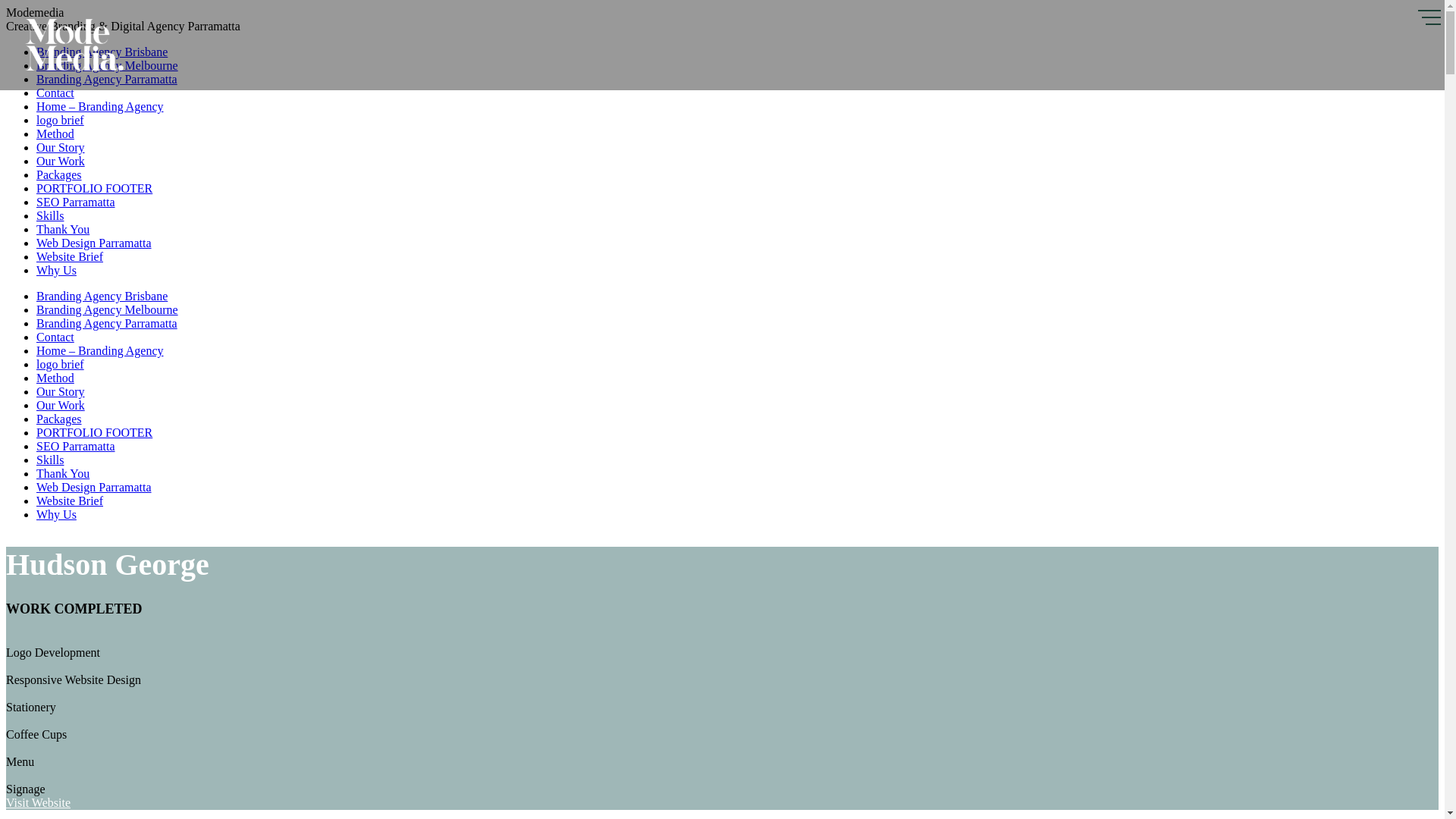  Describe the element at coordinates (93, 432) in the screenshot. I see `'PORTFOLIO FOOTER'` at that location.